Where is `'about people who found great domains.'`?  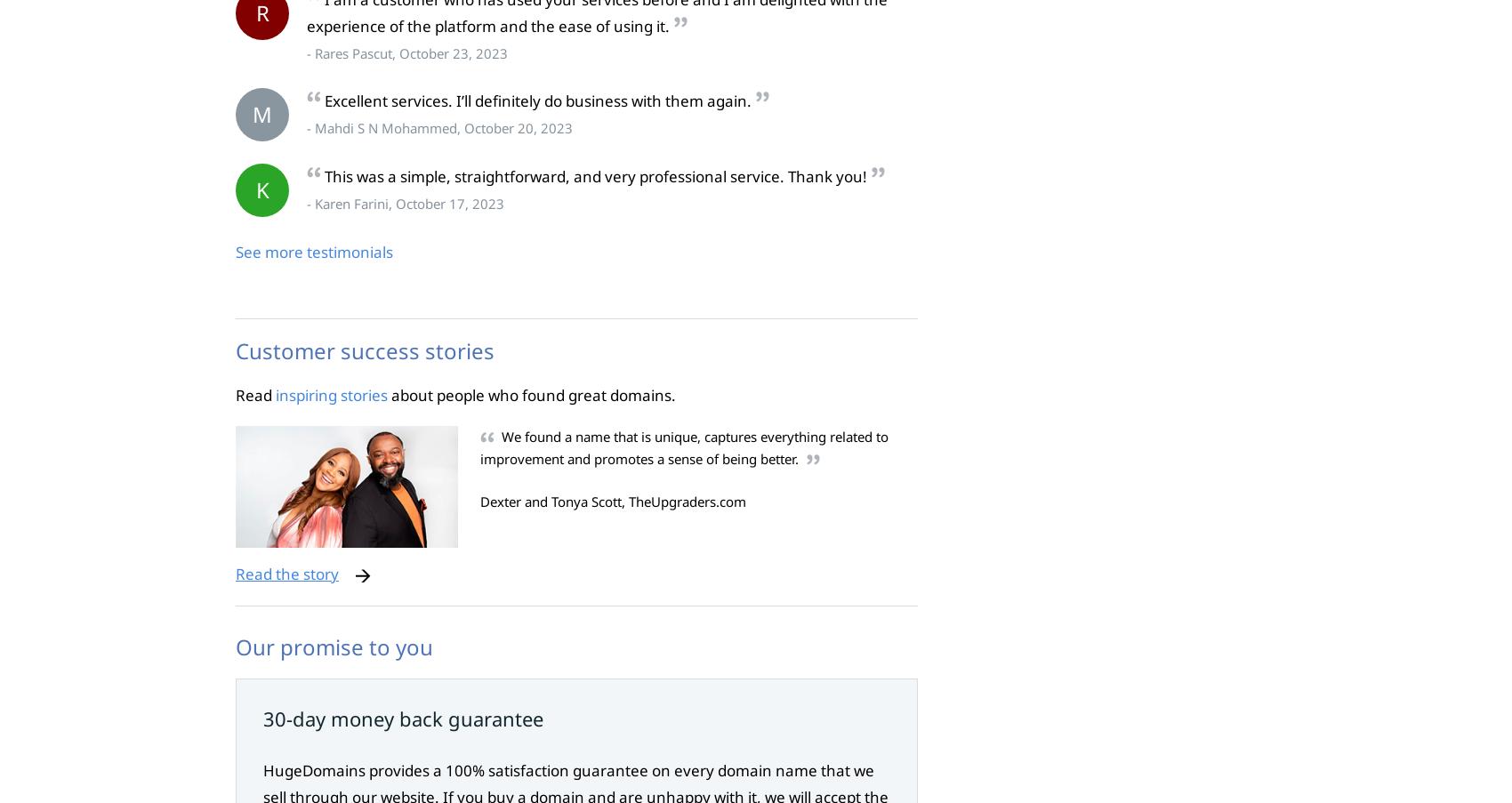
'about people who found great domains.' is located at coordinates (531, 393).